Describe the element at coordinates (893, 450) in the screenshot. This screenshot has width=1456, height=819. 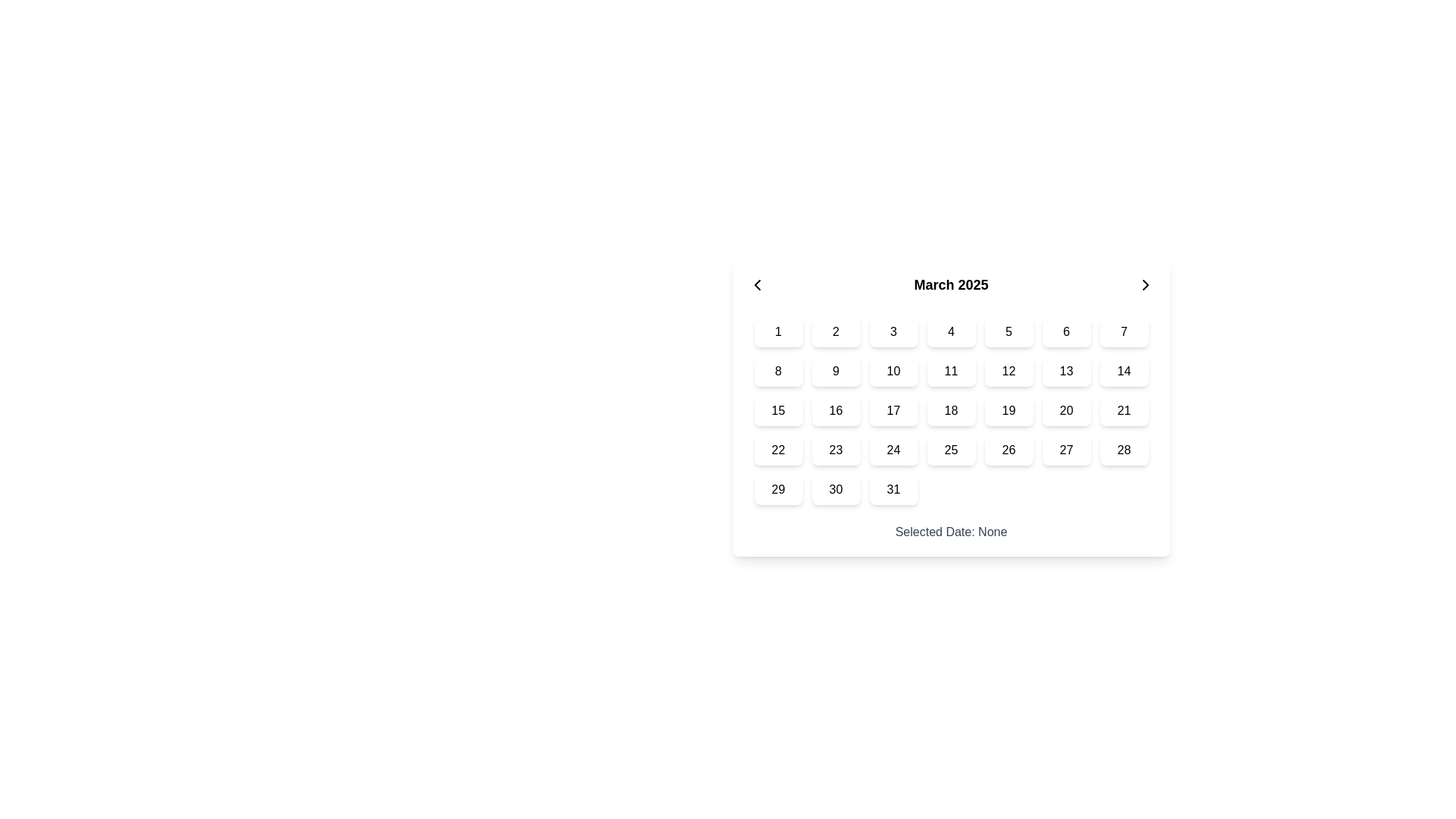
I see `the rounded rectangle button with a white background and centered text '24'` at that location.